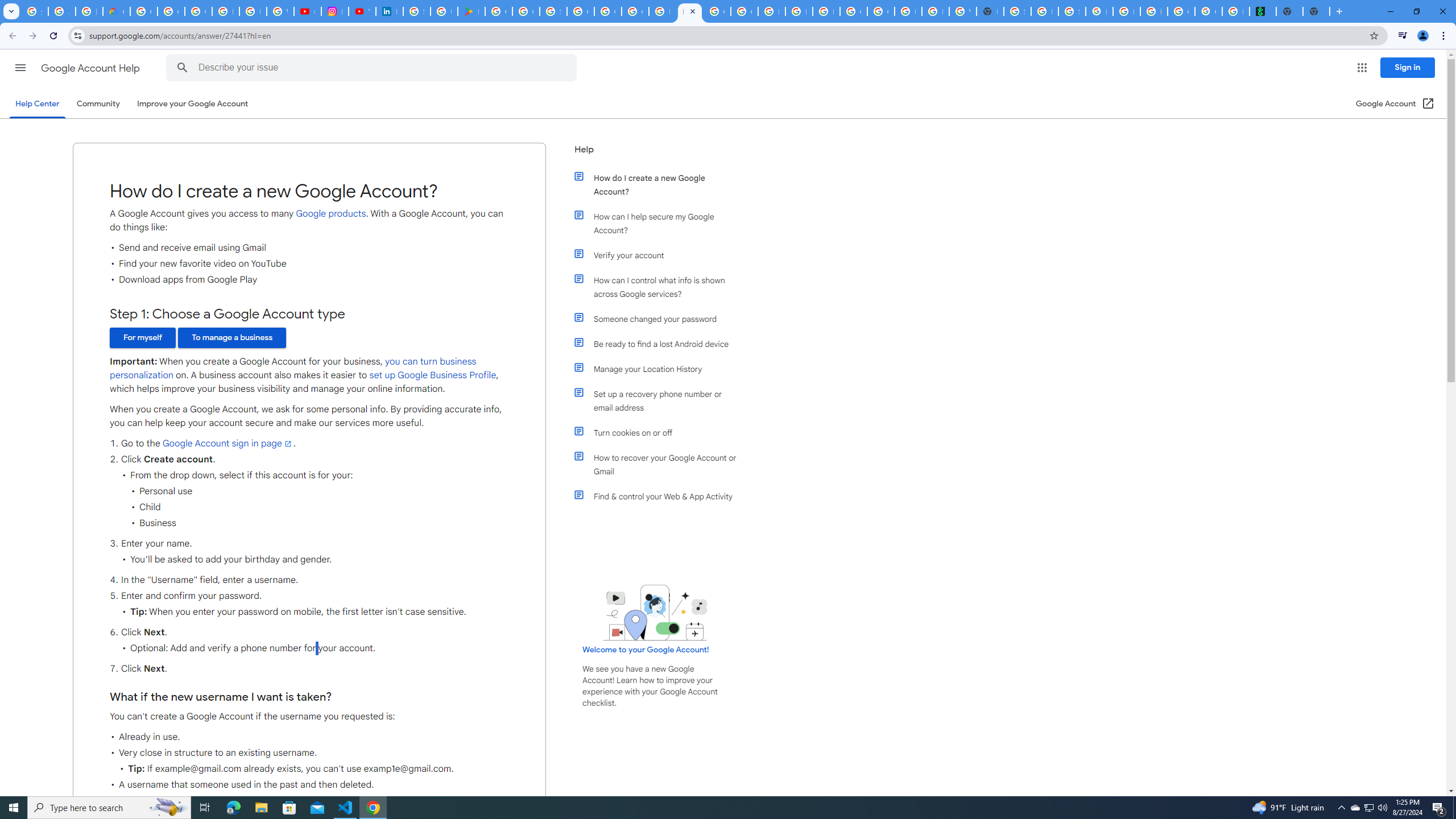 The width and height of the screenshot is (1456, 819). Describe the element at coordinates (689, 11) in the screenshot. I see `'How do I create a new Google Account? - Google Account Help'` at that location.